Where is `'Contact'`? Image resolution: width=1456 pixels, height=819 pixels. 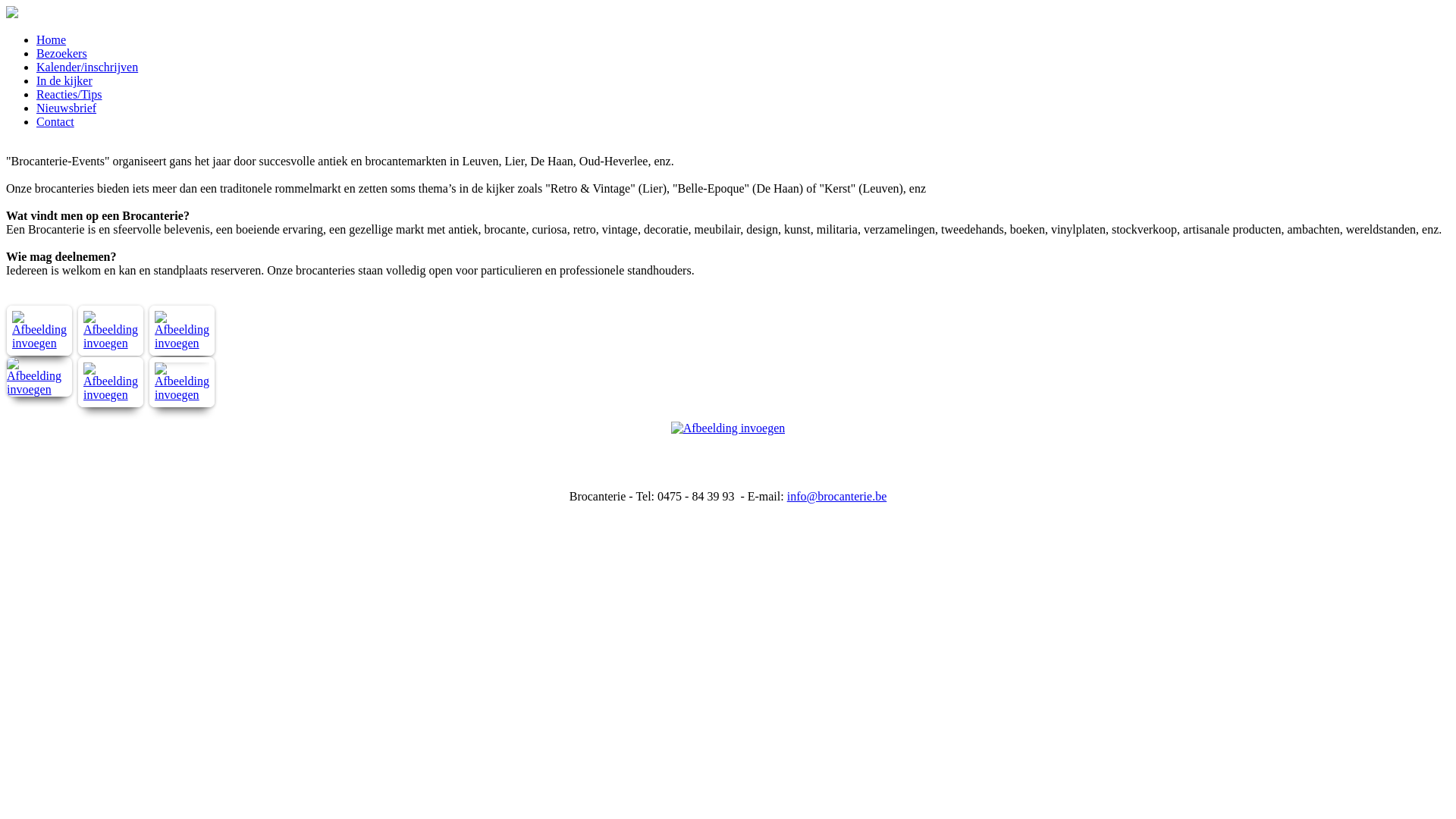
'Contact' is located at coordinates (55, 121).